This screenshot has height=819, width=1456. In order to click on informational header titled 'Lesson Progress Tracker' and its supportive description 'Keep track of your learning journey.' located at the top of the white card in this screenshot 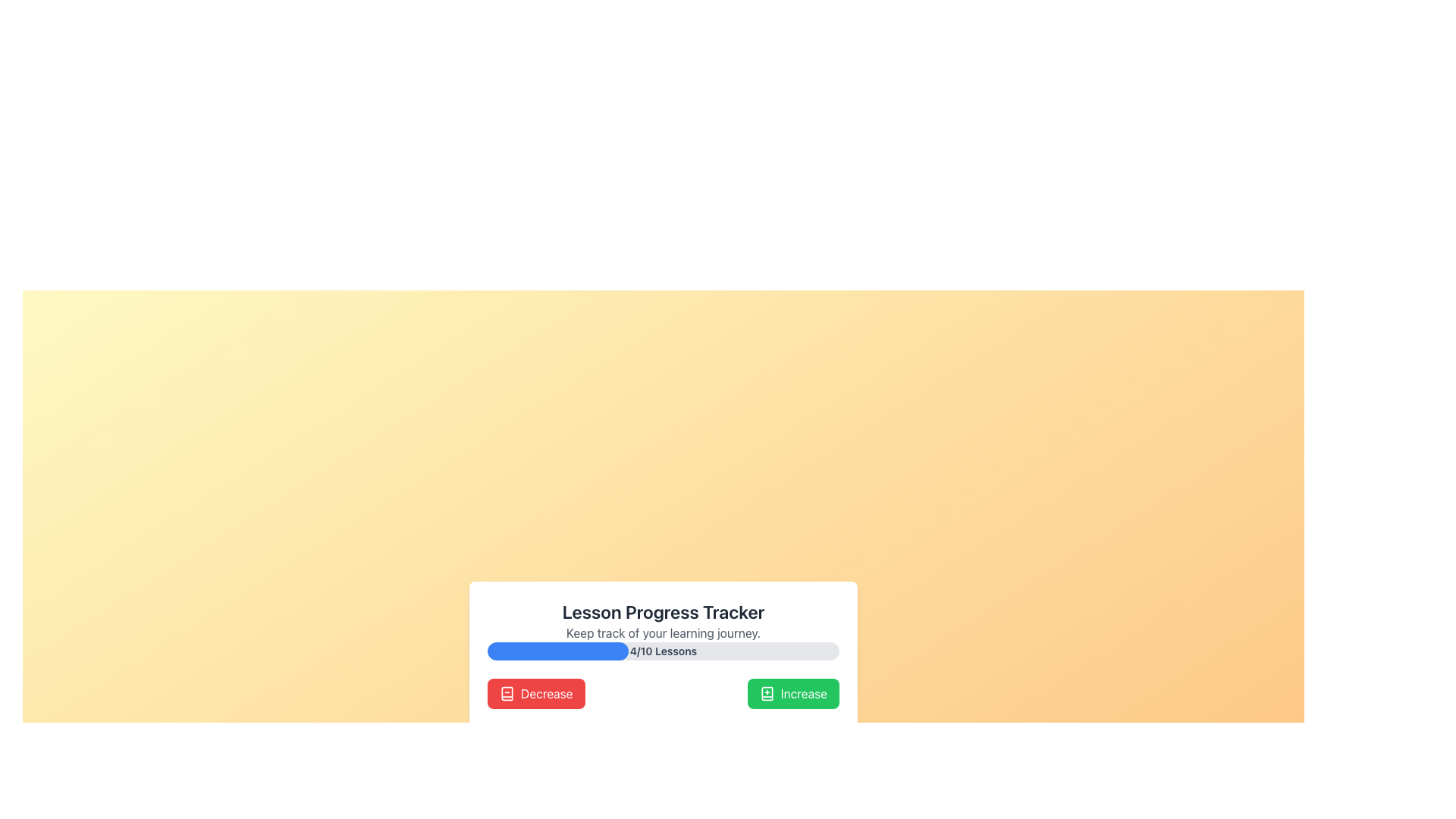, I will do `click(663, 620)`.